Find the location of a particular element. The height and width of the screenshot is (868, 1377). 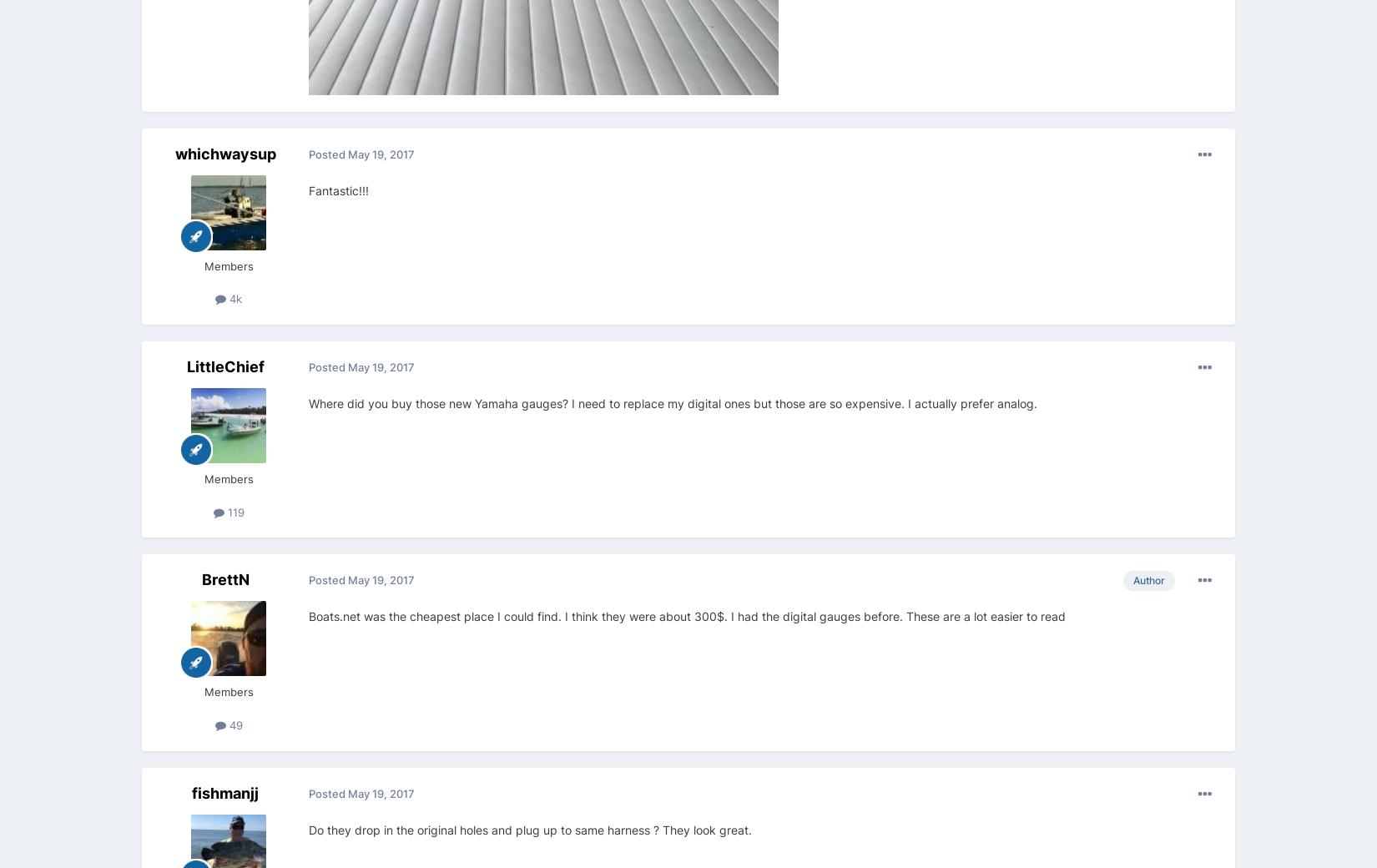

'49' is located at coordinates (234, 723).